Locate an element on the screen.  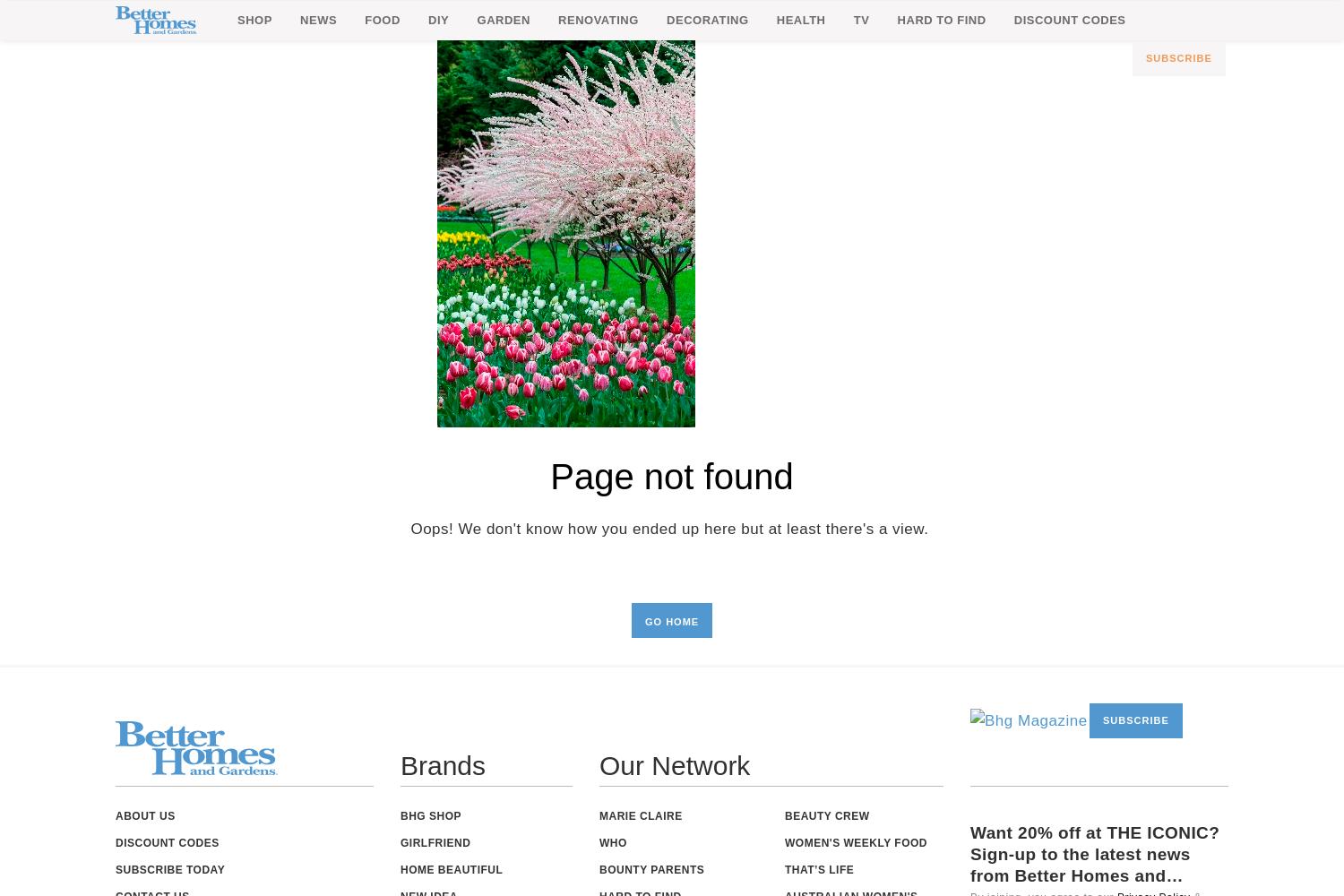
'BHG Shop' is located at coordinates (400, 816).